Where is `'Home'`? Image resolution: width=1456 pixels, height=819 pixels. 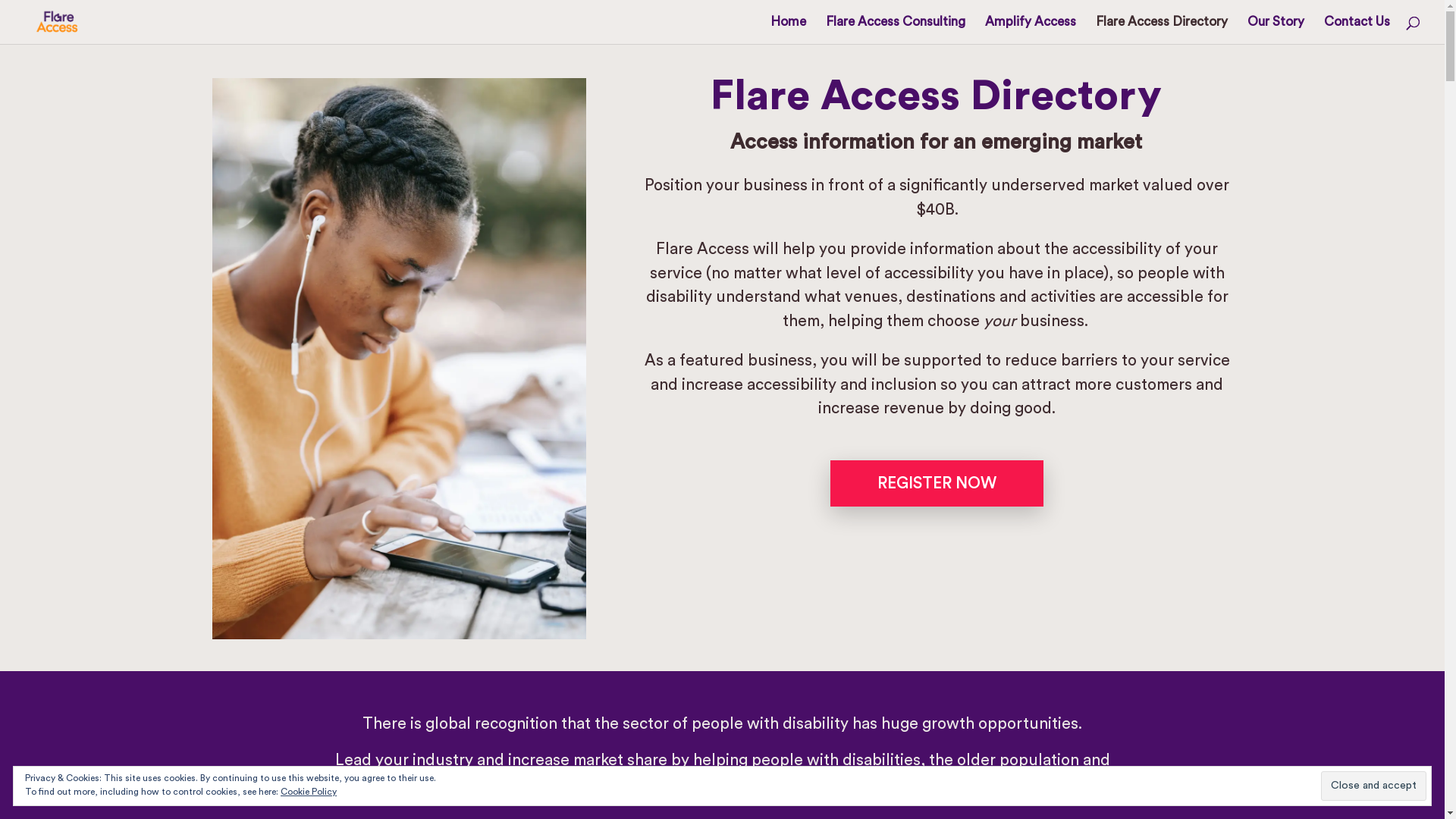 'Home' is located at coordinates (788, 30).